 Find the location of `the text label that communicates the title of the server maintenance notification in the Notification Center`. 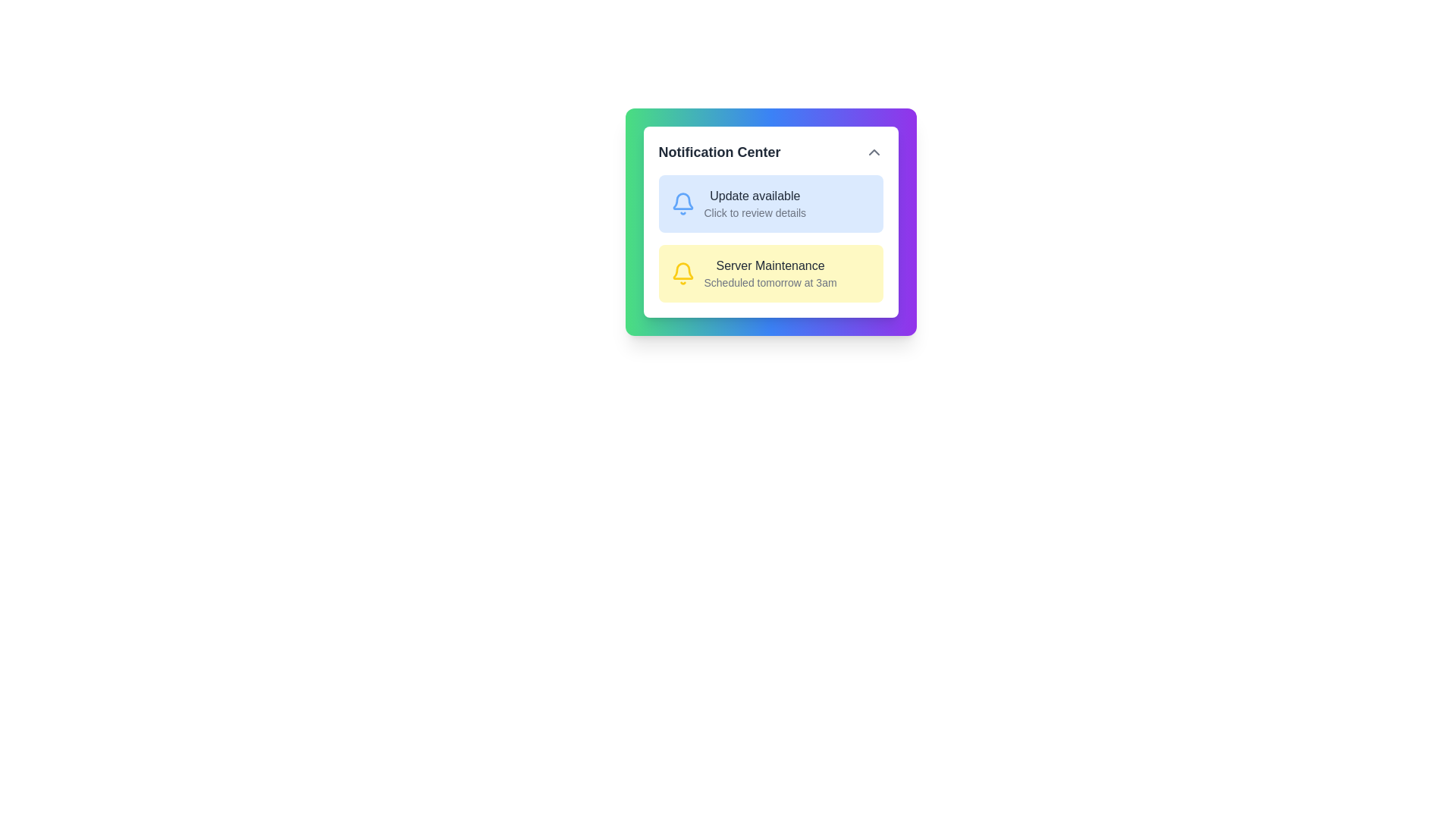

the text label that communicates the title of the server maintenance notification in the Notification Center is located at coordinates (770, 265).